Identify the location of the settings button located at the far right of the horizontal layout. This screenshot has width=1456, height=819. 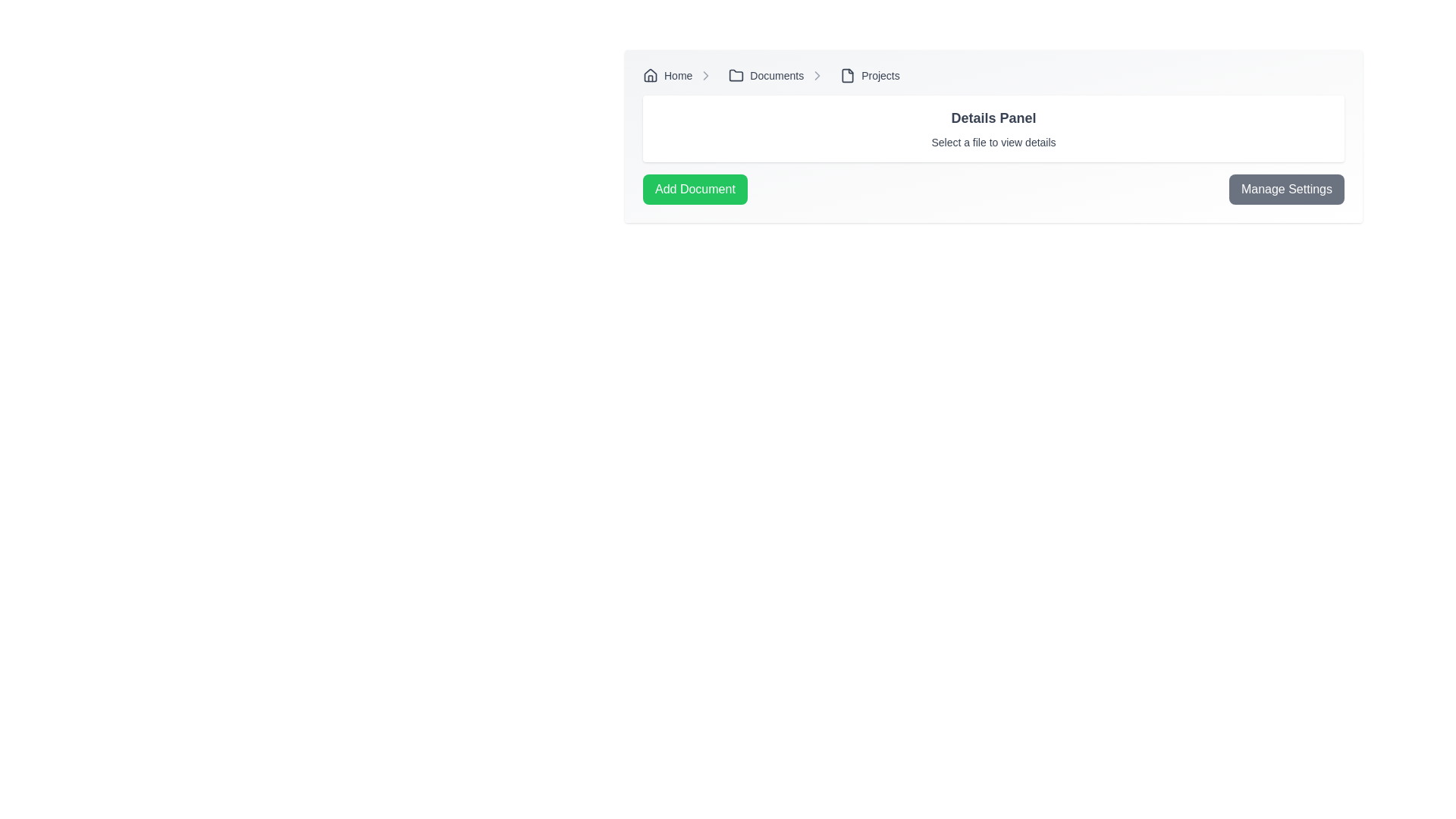
(1285, 189).